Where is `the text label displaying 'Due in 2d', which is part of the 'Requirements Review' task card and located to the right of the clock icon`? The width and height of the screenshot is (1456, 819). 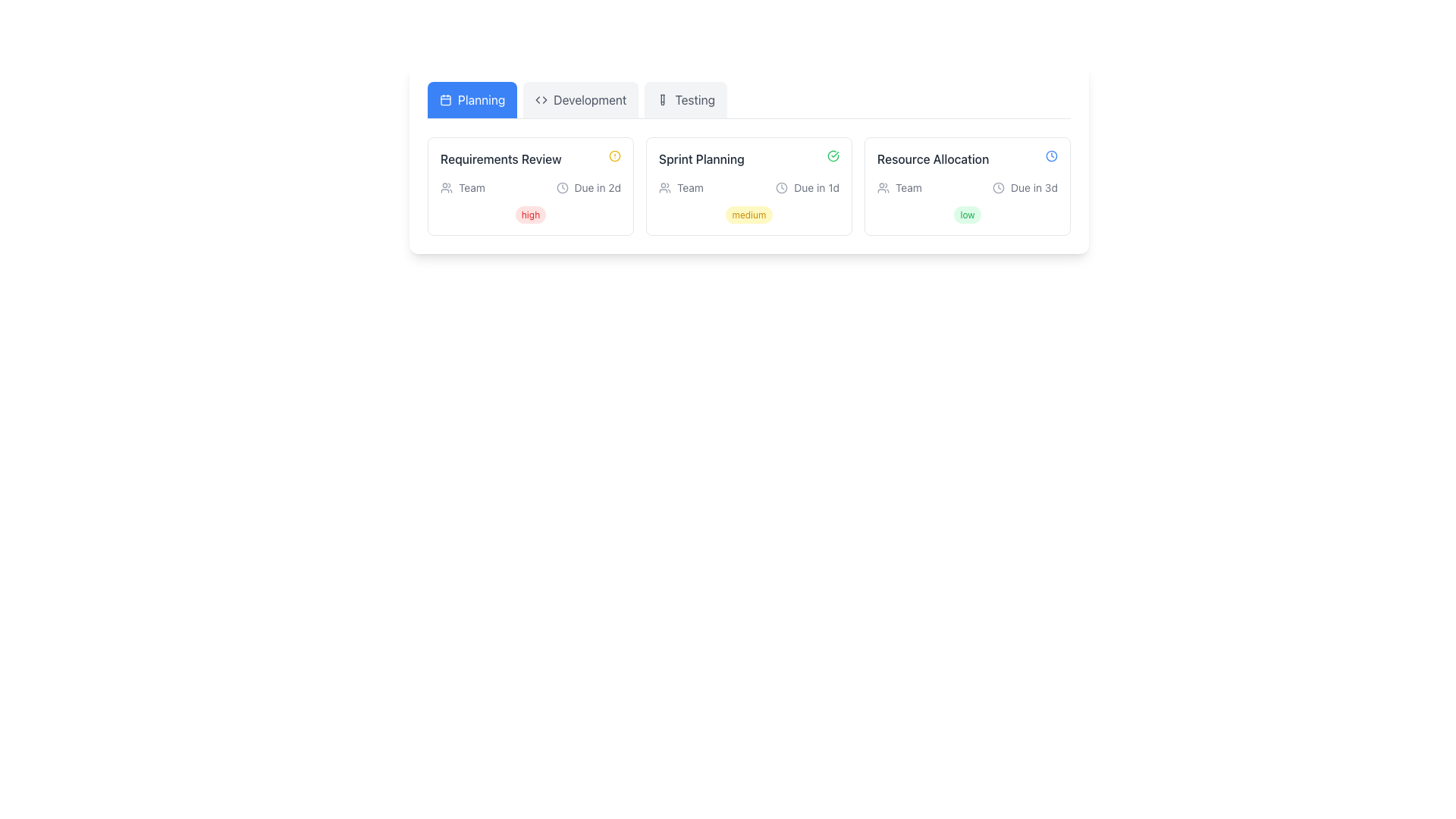 the text label displaying 'Due in 2d', which is part of the 'Requirements Review' task card and located to the right of the clock icon is located at coordinates (597, 187).